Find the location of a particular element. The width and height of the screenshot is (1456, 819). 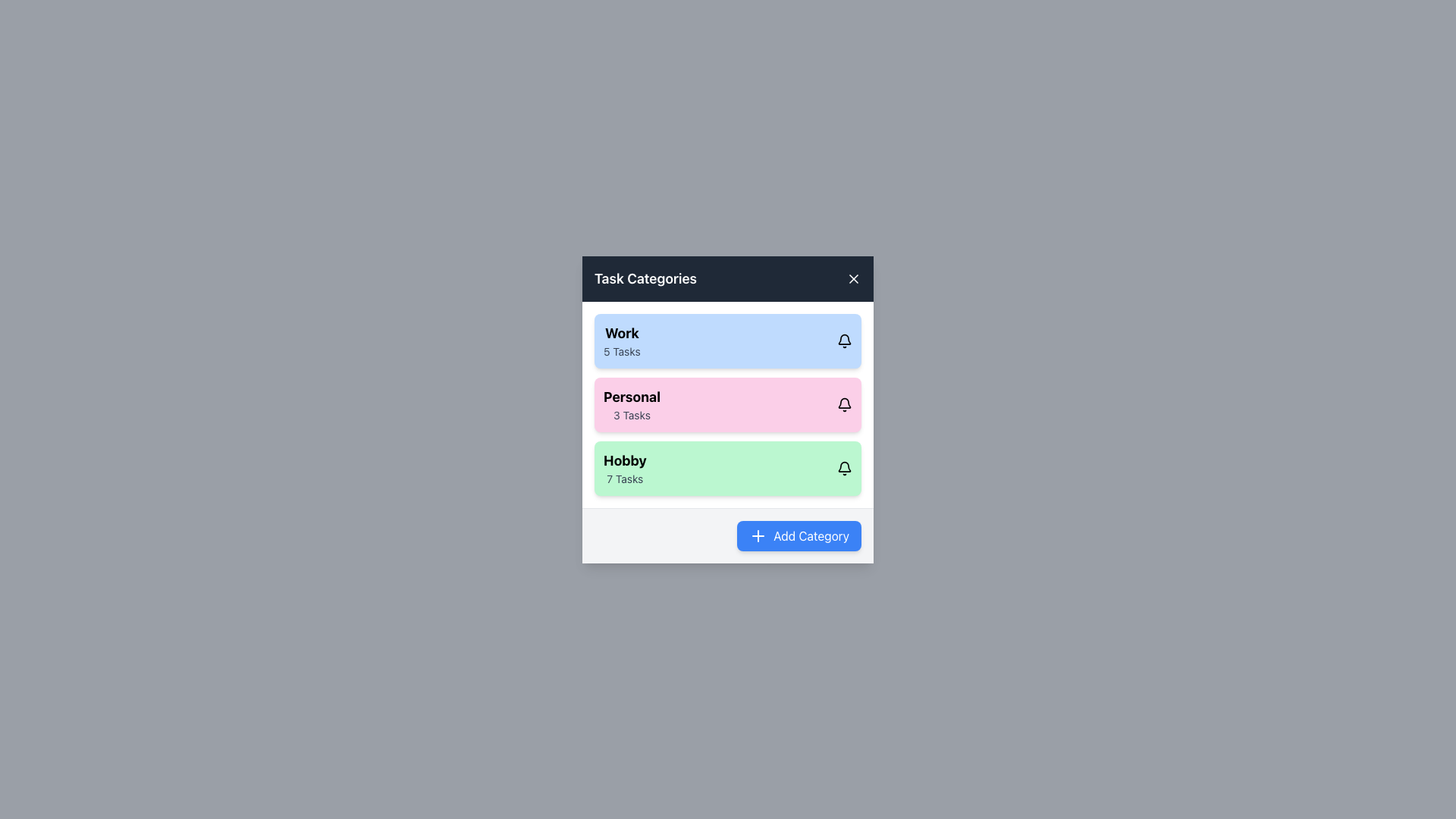

the 'Add Category' text within the blue button is located at coordinates (811, 535).